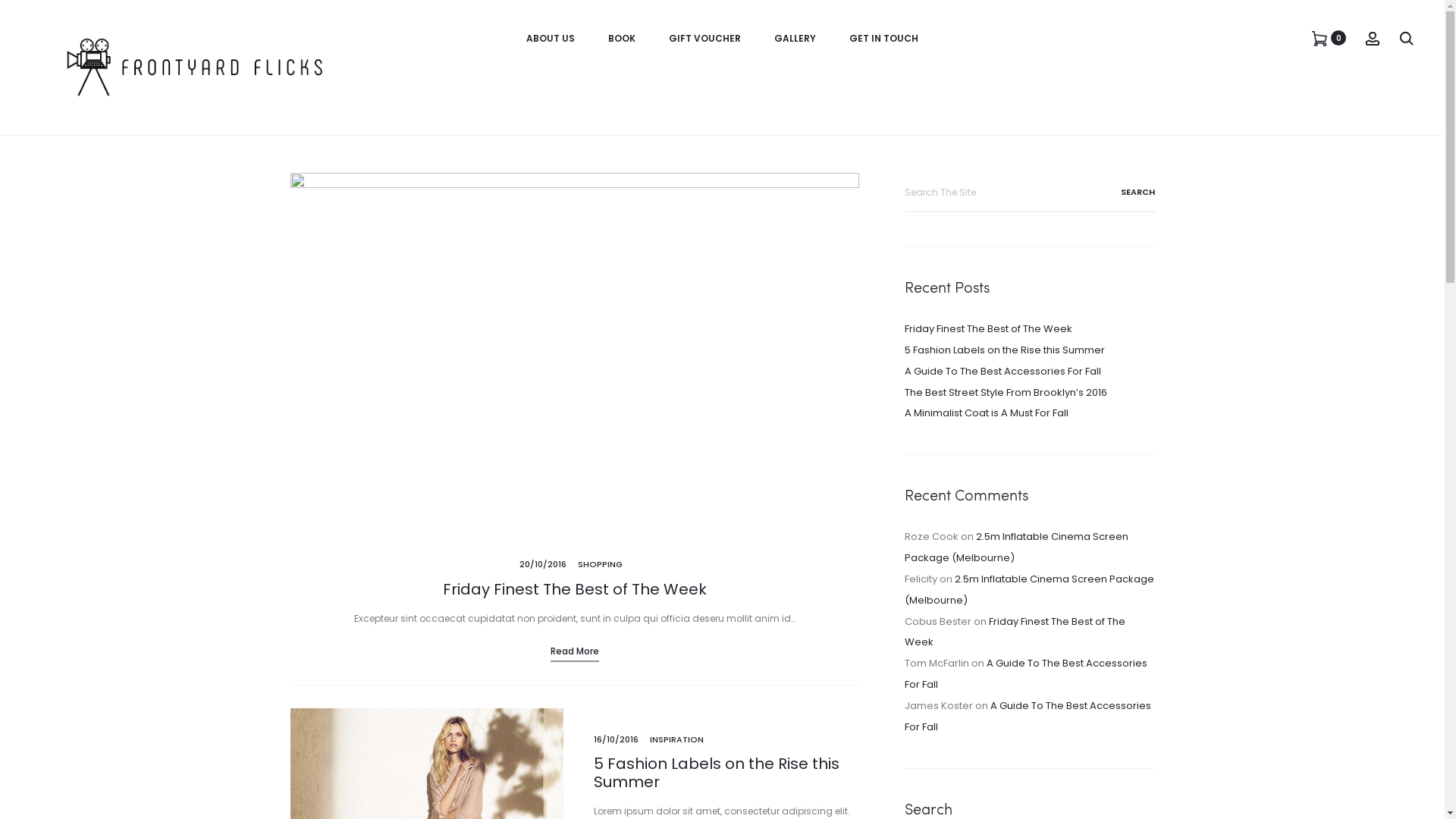 The image size is (1456, 819). What do you see at coordinates (986, 413) in the screenshot?
I see `'A Minimalist Coat is A Must For Fall'` at bounding box center [986, 413].